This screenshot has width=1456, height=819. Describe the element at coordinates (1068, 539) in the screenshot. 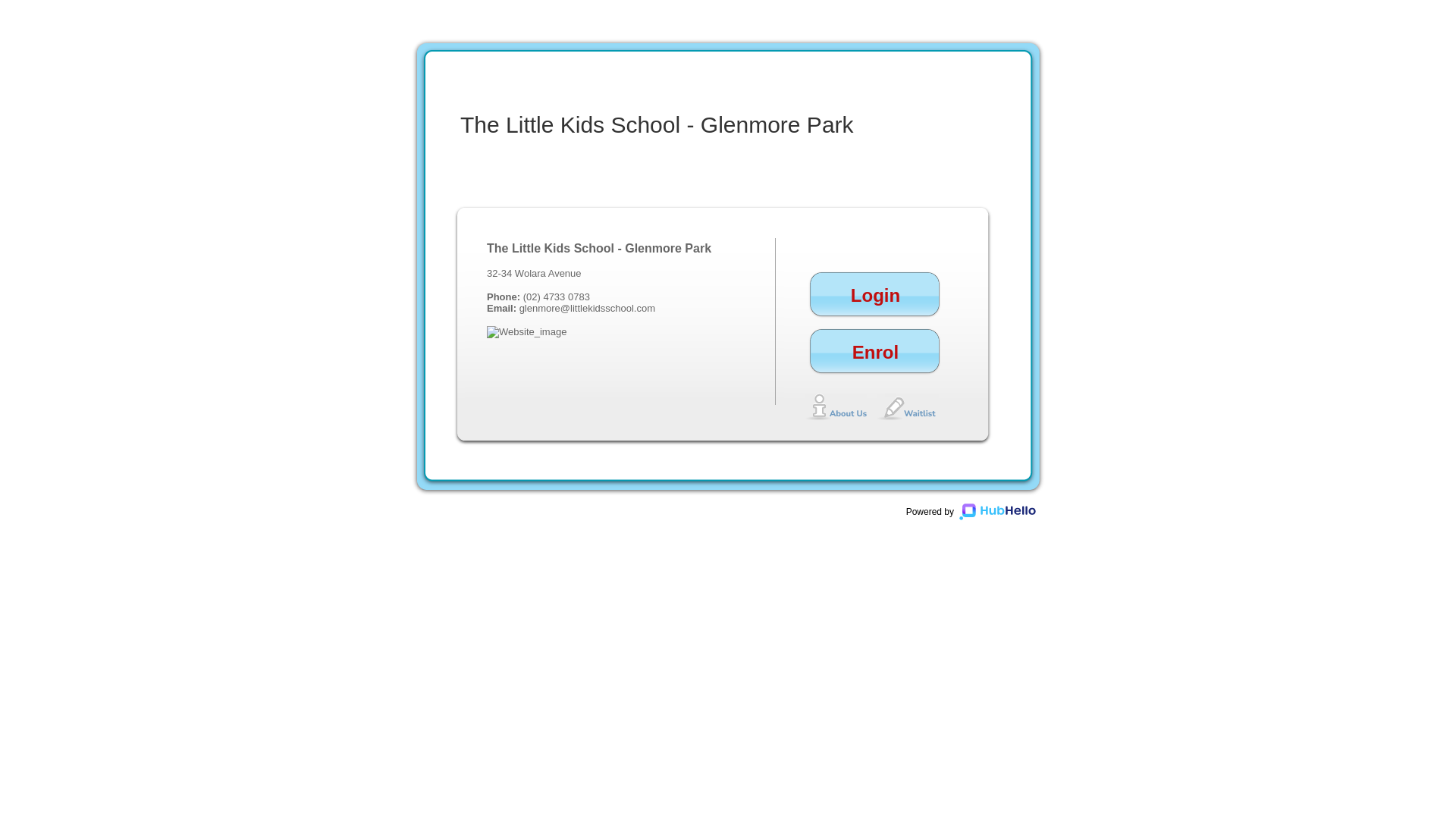

I see `'Back'` at that location.